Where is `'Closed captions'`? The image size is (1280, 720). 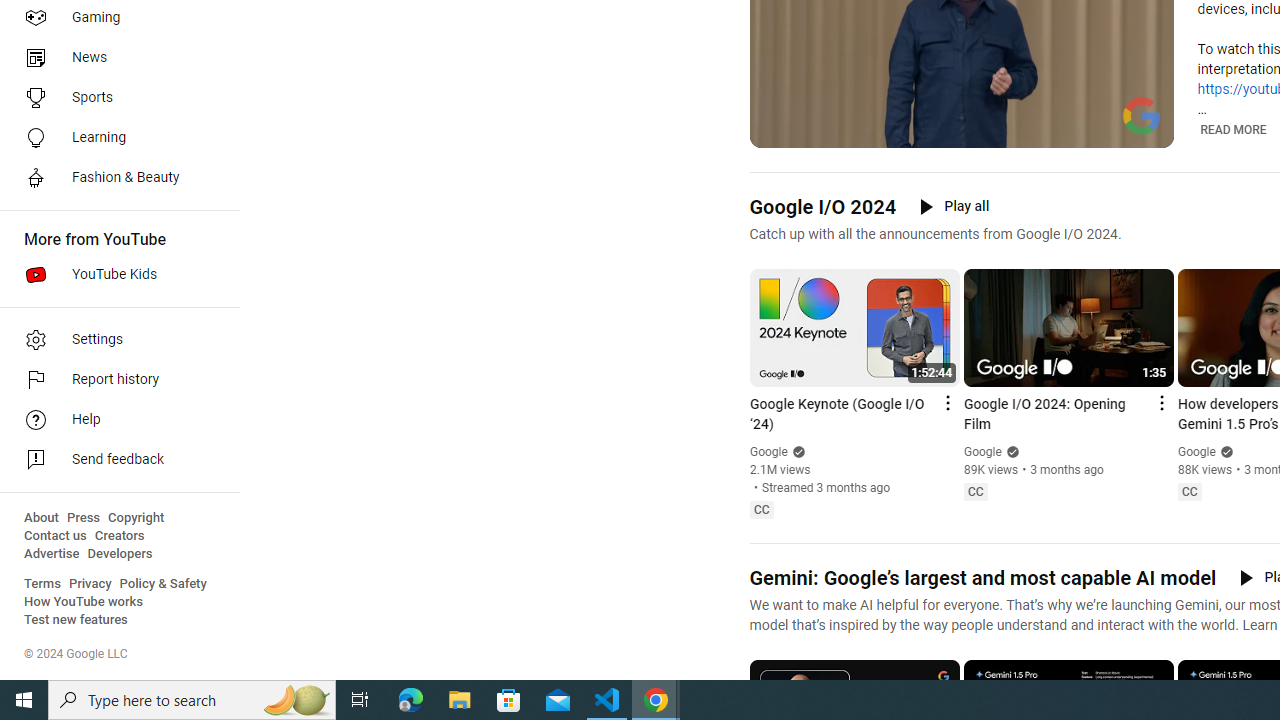
'Closed captions' is located at coordinates (1189, 492).